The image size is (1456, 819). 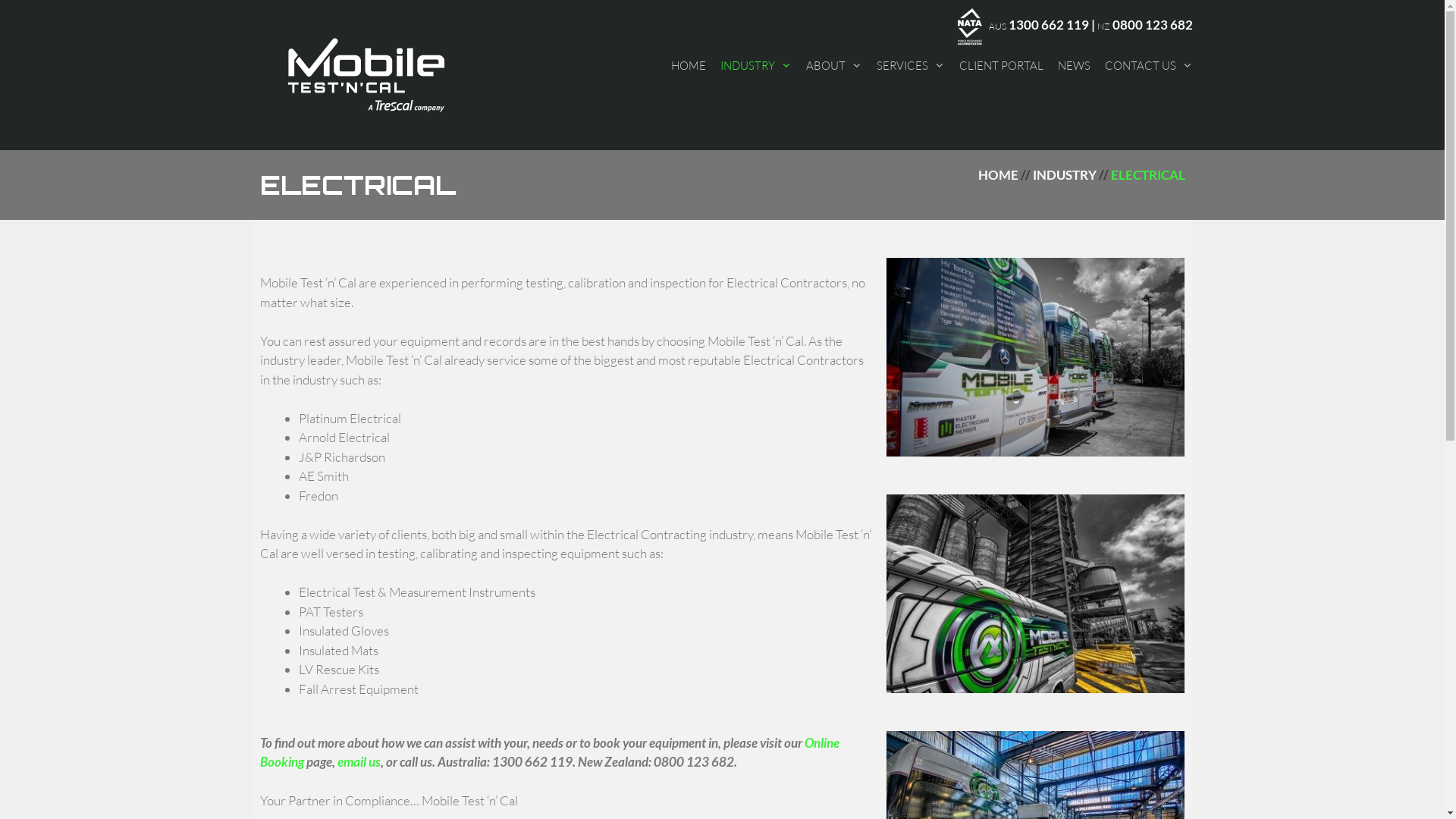 What do you see at coordinates (1103, 64) in the screenshot?
I see `'CONTACT US'` at bounding box center [1103, 64].